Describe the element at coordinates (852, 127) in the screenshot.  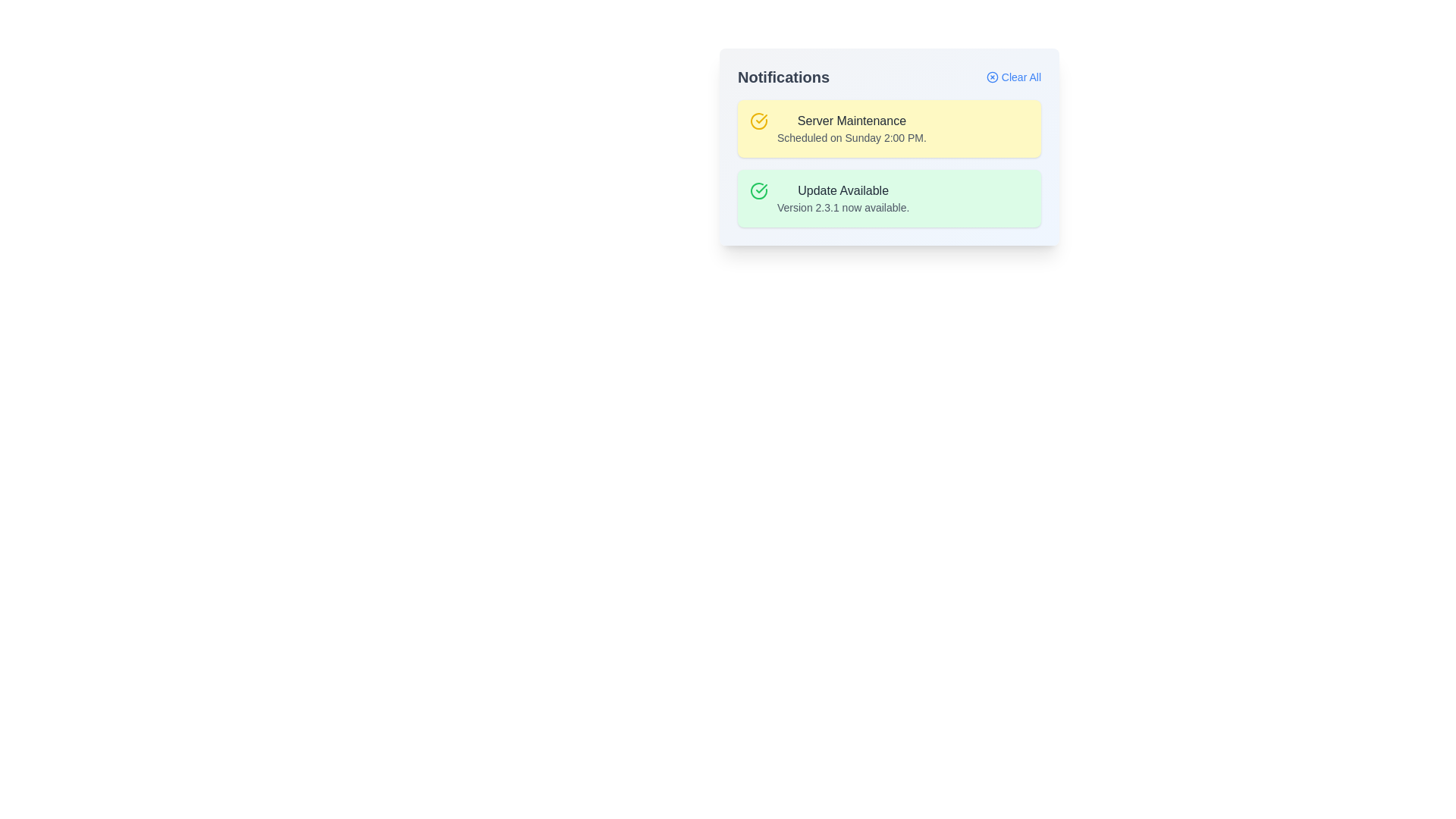
I see `the notification message about the scheduled server maintenance event, located in the first notification item within the notification center` at that location.